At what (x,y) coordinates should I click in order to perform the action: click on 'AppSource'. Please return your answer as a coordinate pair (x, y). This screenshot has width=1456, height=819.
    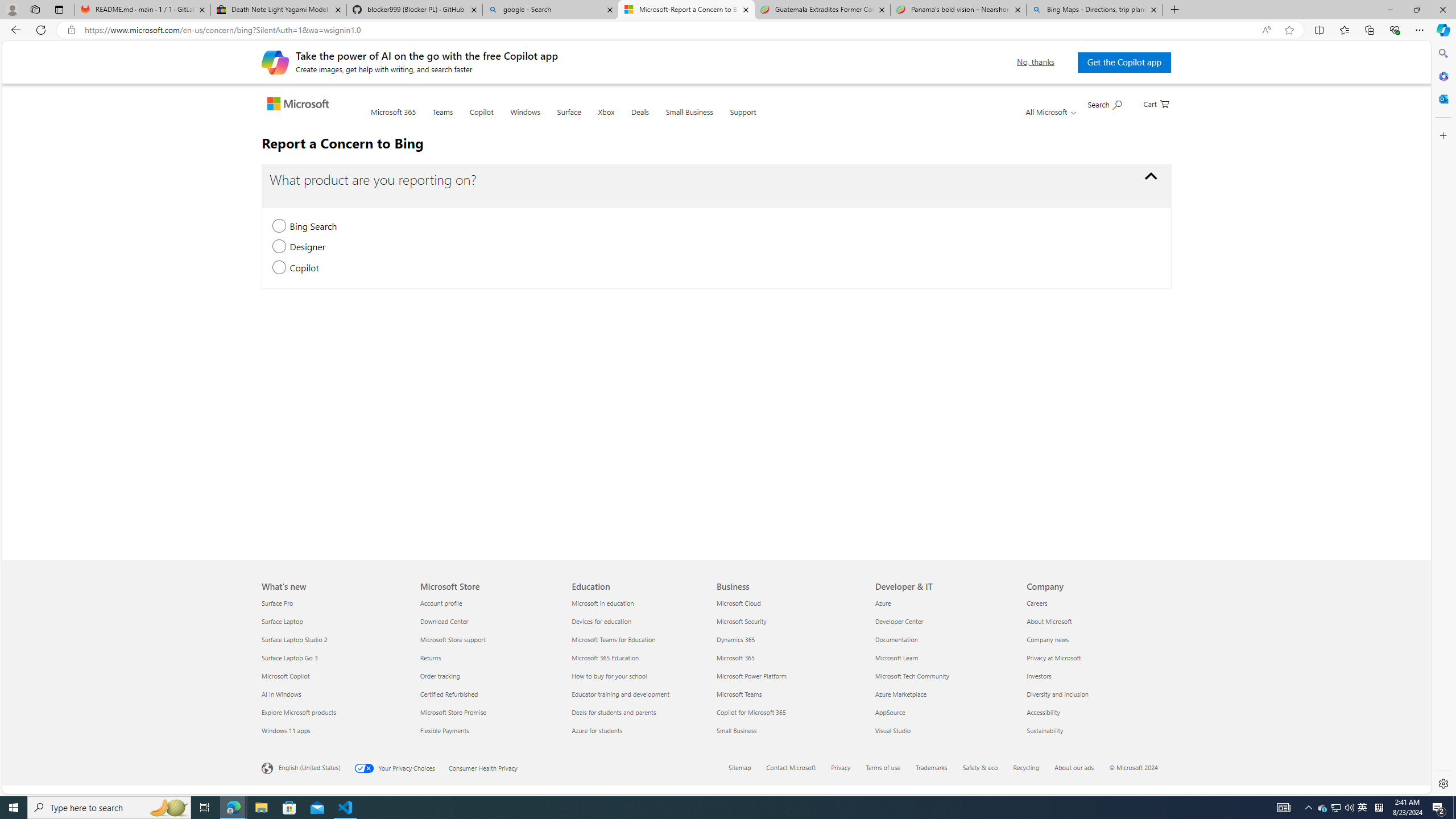
    Looking at the image, I should click on (944, 712).